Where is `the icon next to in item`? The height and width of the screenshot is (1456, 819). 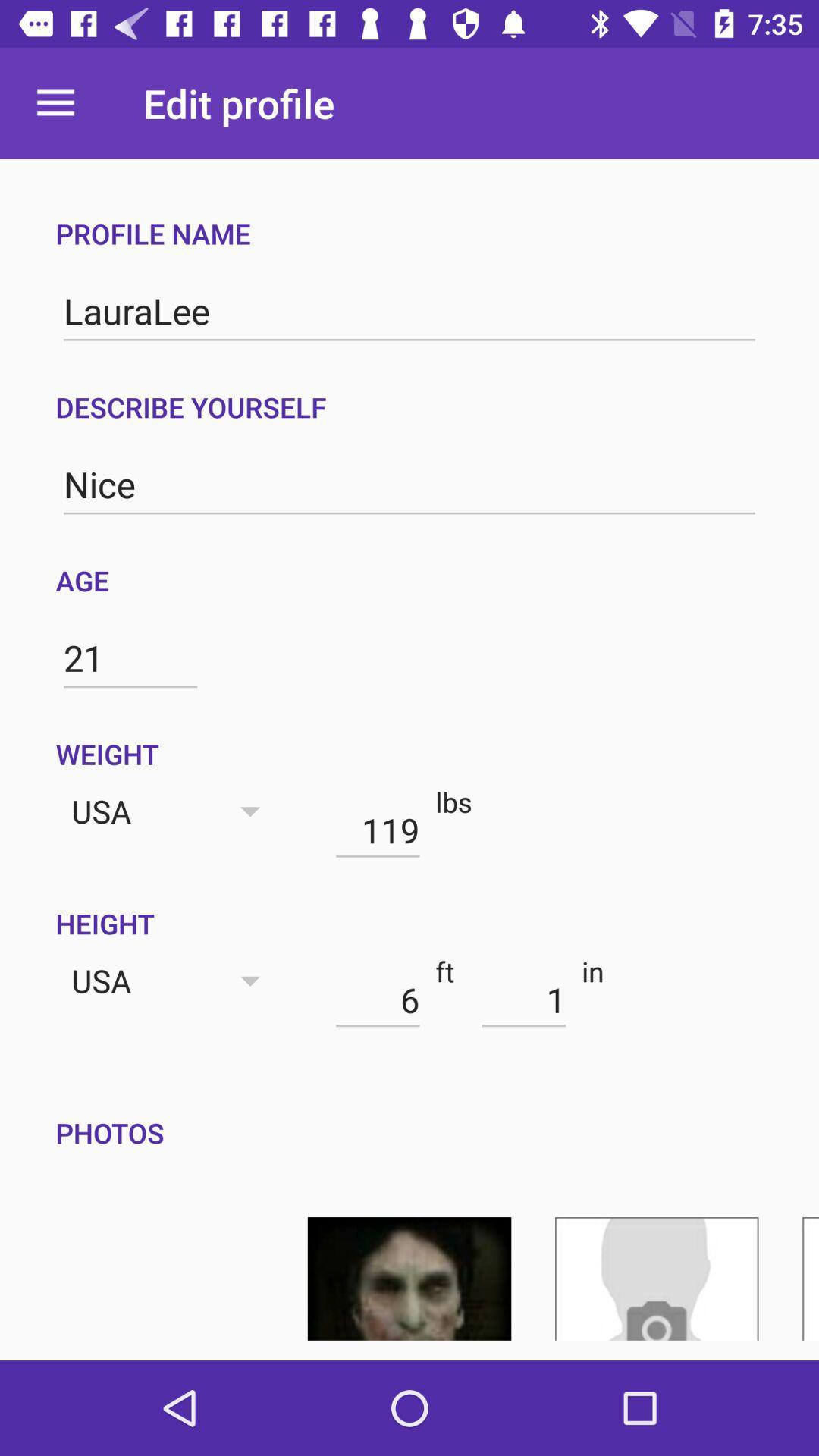
the icon next to in item is located at coordinates (523, 999).